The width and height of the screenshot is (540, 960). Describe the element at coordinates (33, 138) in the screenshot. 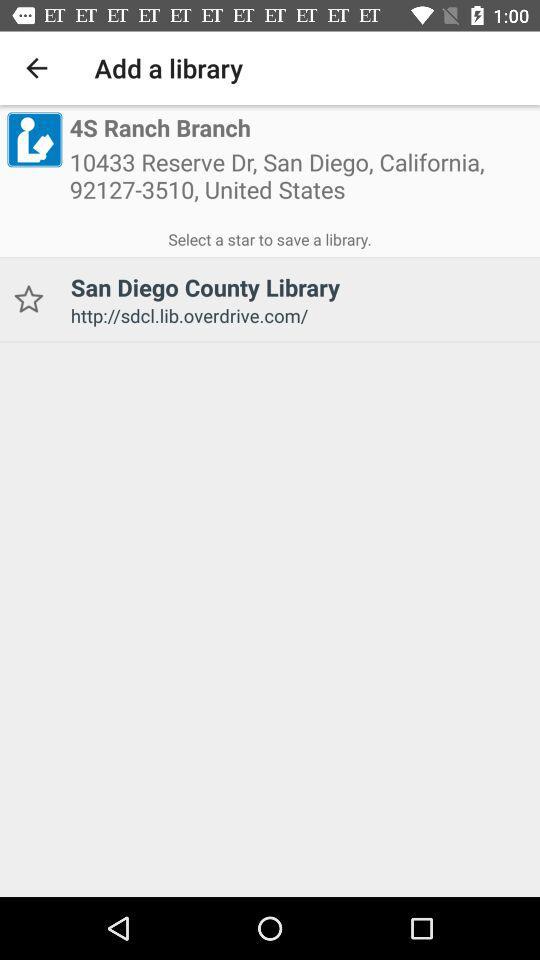

I see `icon to the left of the 4s ranch branch item` at that location.